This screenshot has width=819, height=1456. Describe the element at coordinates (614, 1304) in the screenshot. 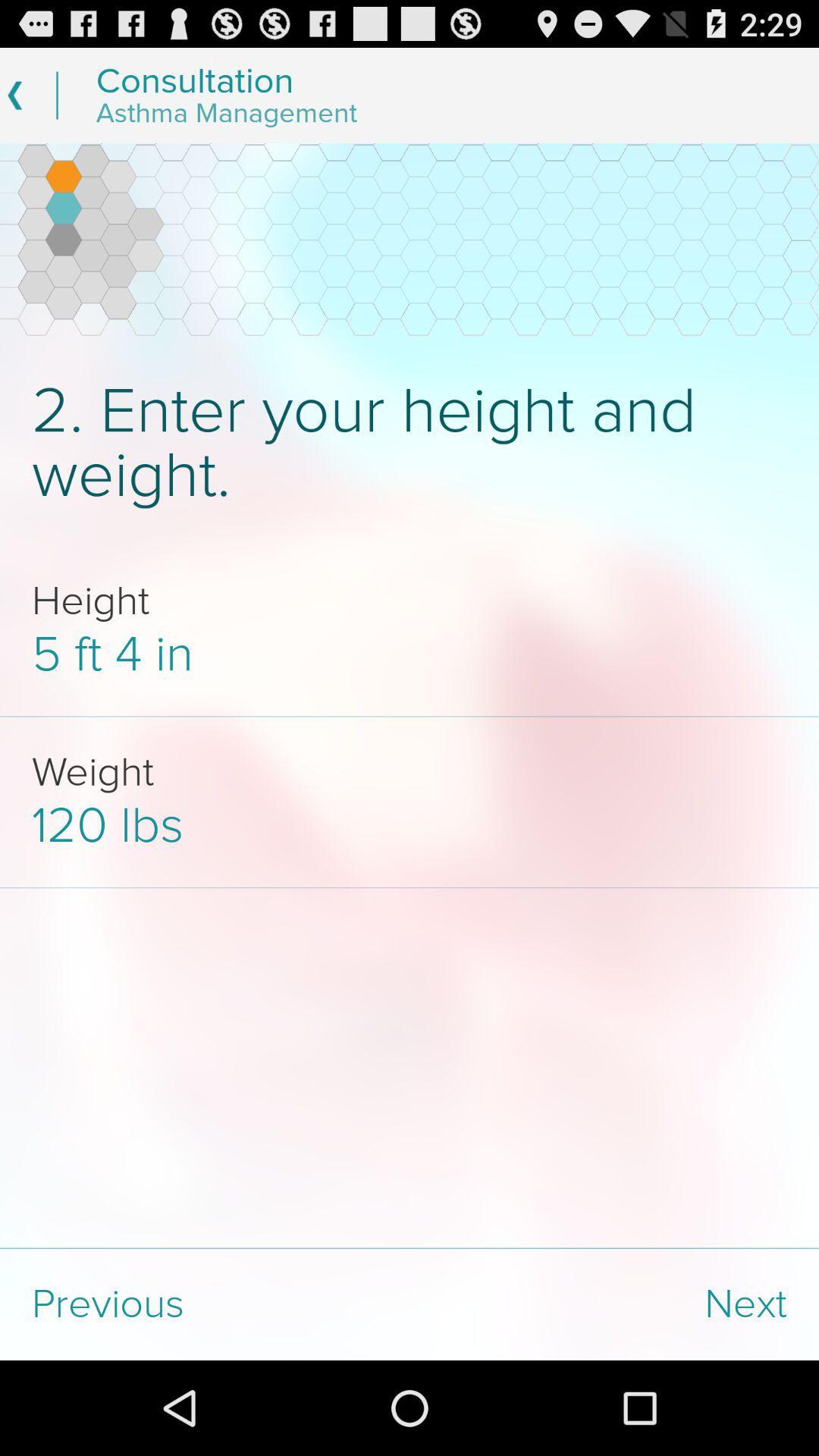

I see `item to the right of the previous app` at that location.